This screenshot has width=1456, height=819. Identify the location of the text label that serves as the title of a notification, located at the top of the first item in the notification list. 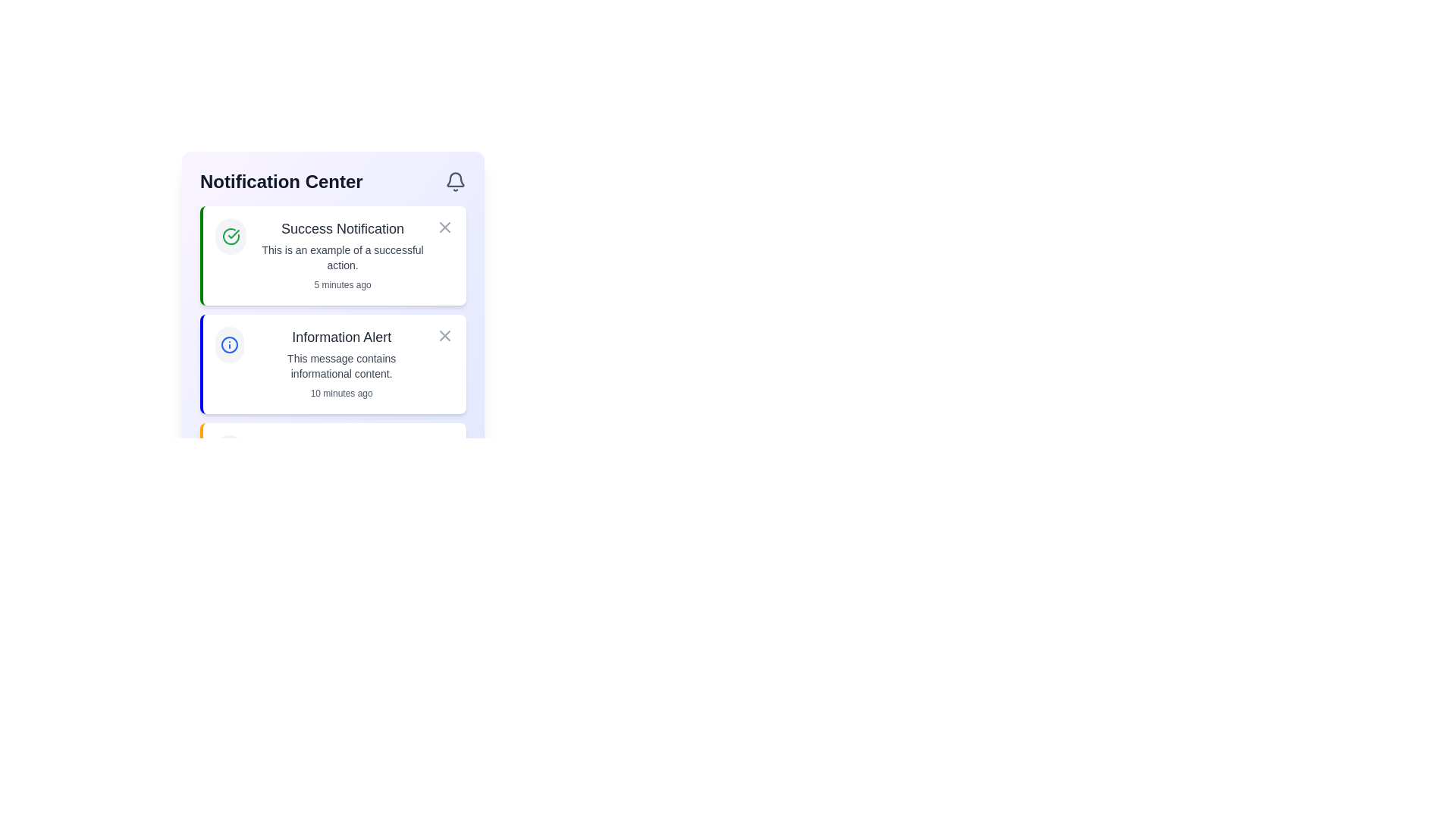
(342, 228).